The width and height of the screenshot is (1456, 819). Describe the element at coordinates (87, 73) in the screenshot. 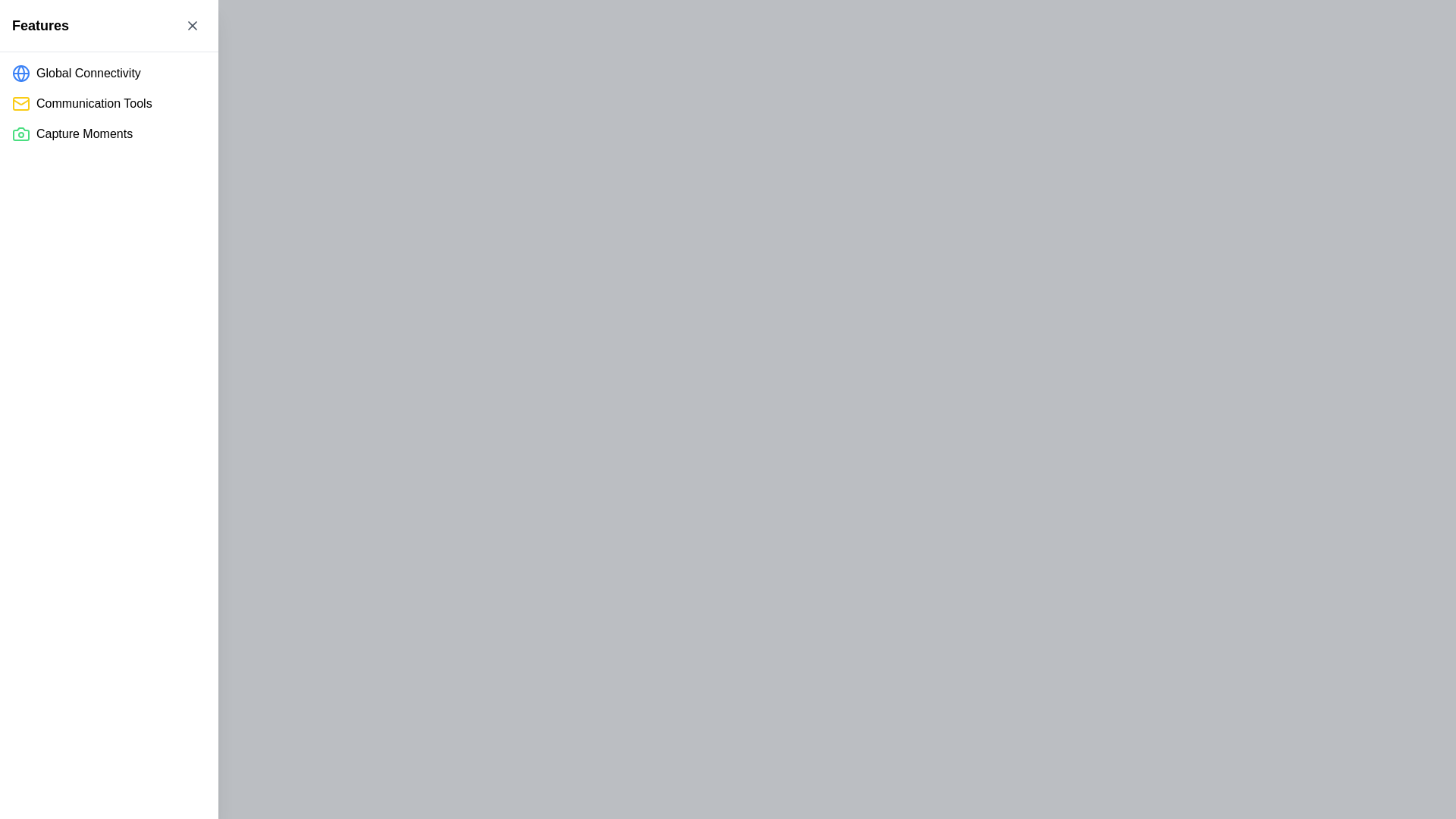

I see `the Static Text labeled 'Global Connectivity', which is the first item in a vertical feature list located on the left side of the interface` at that location.